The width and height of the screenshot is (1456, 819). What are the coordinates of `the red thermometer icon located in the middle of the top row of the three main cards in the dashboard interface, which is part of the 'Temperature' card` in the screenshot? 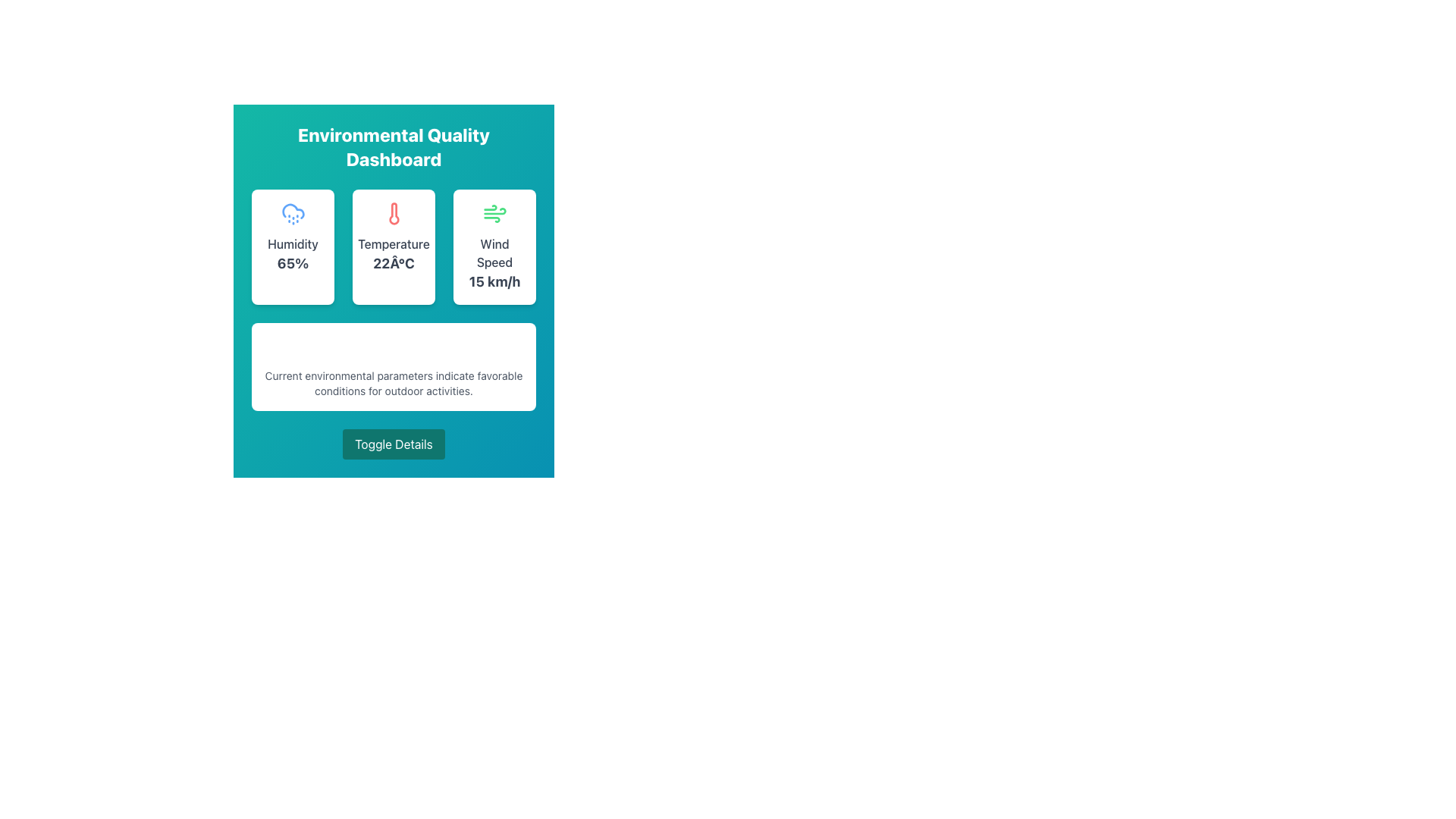 It's located at (394, 213).